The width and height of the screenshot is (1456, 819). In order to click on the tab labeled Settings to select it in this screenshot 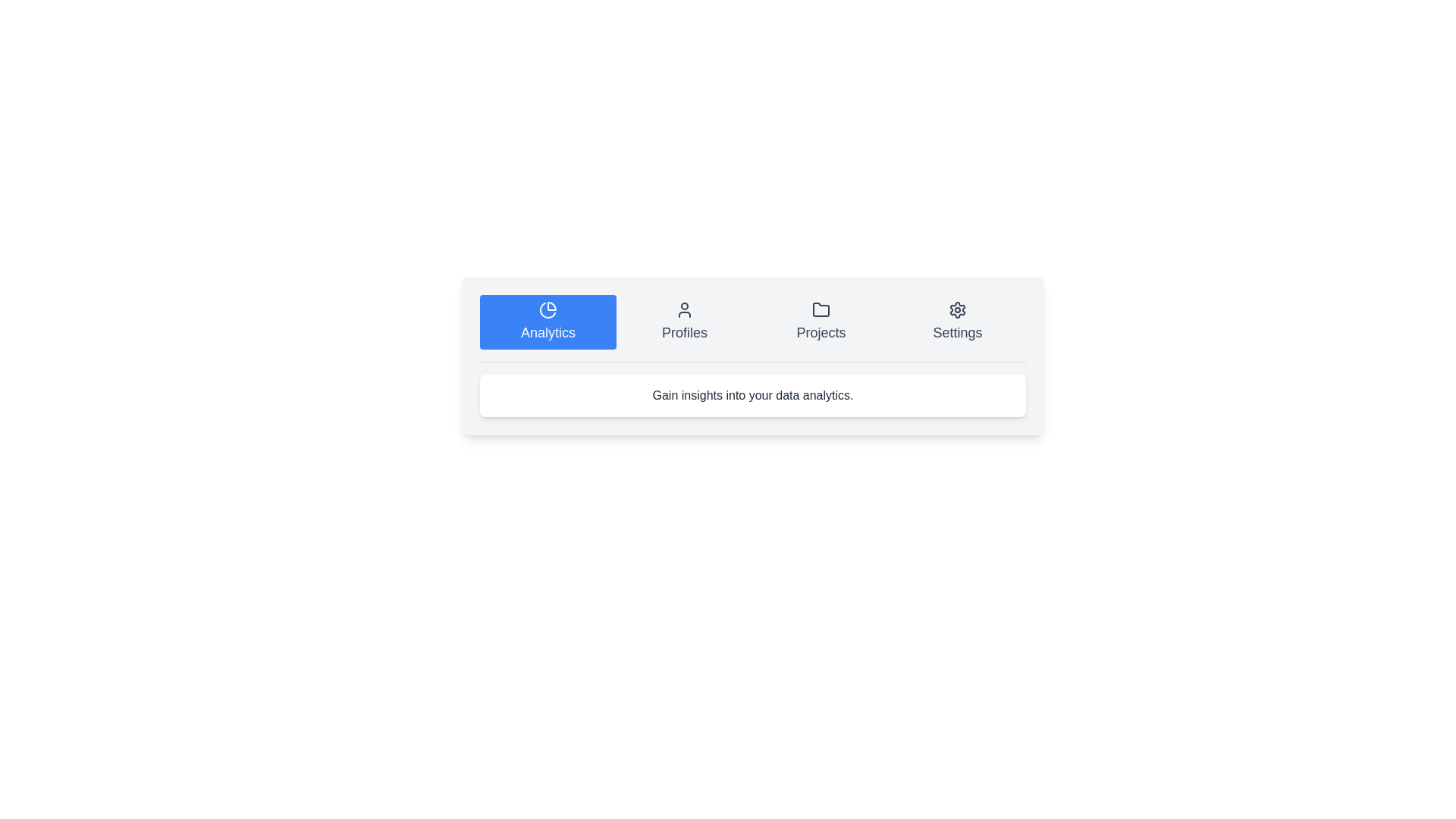, I will do `click(956, 321)`.